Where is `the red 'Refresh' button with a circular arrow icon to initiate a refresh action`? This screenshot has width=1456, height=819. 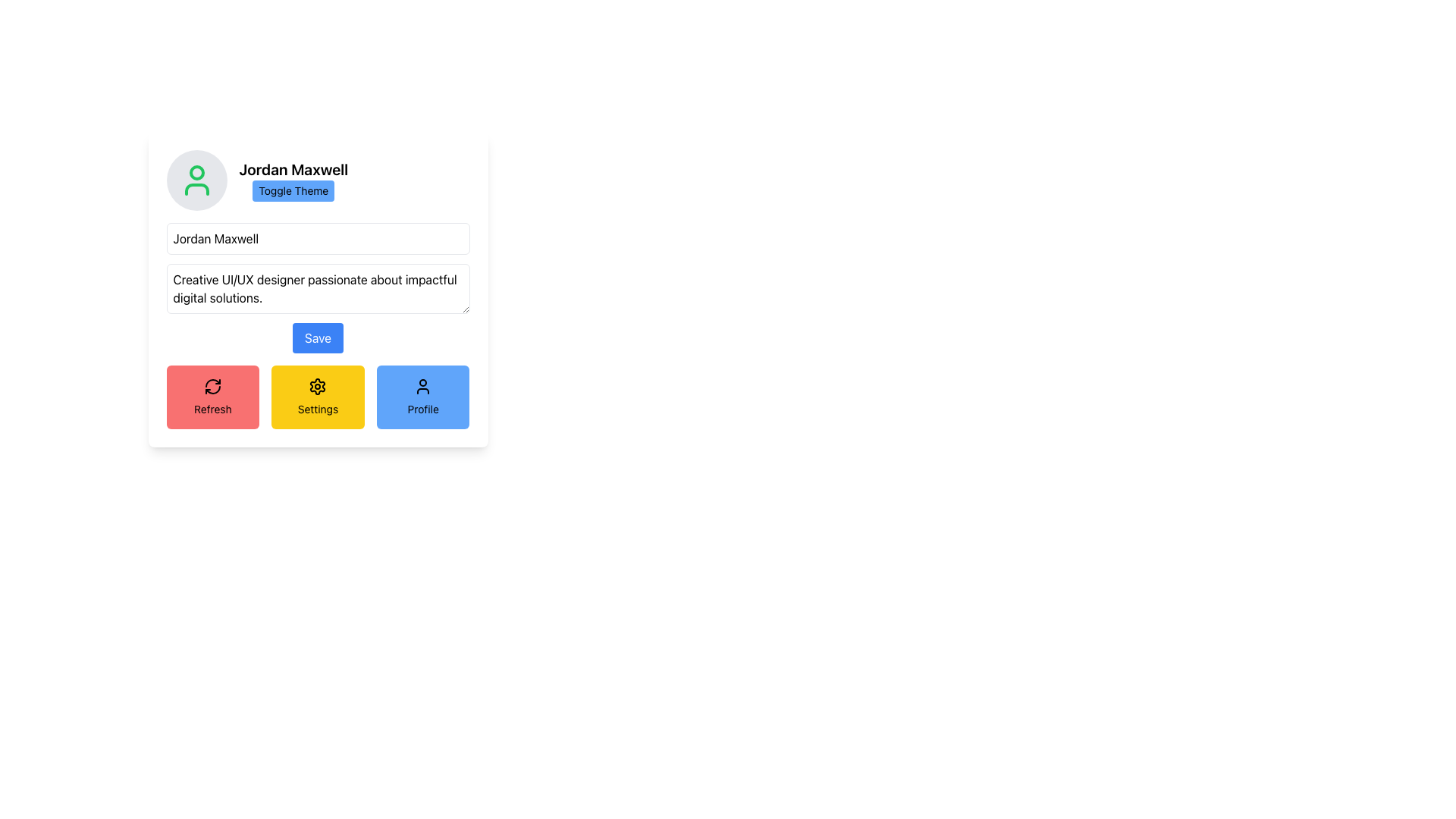
the red 'Refresh' button with a circular arrow icon to initiate a refresh action is located at coordinates (212, 397).